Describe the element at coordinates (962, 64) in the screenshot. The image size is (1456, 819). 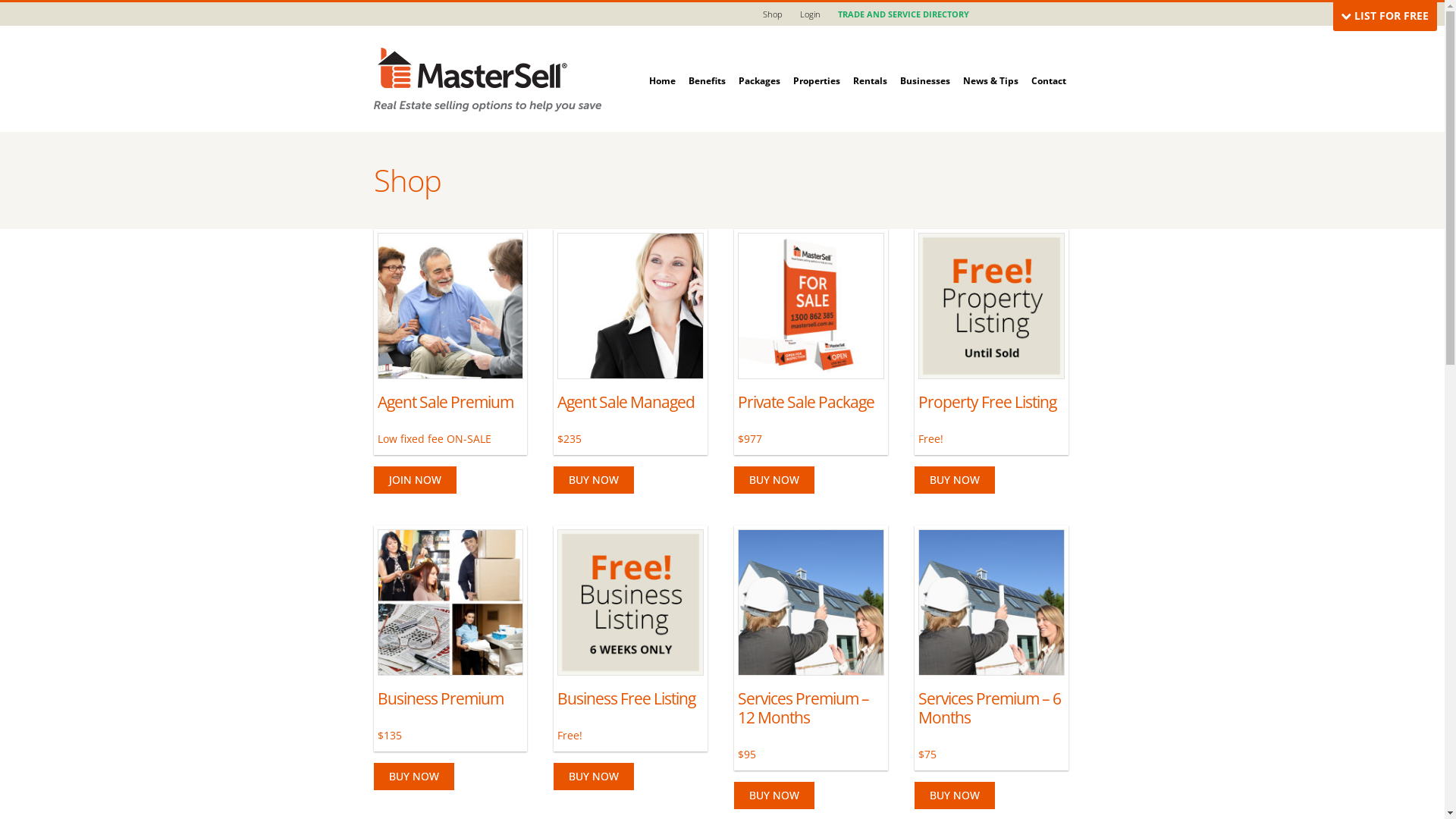
I see `'News & Tips'` at that location.